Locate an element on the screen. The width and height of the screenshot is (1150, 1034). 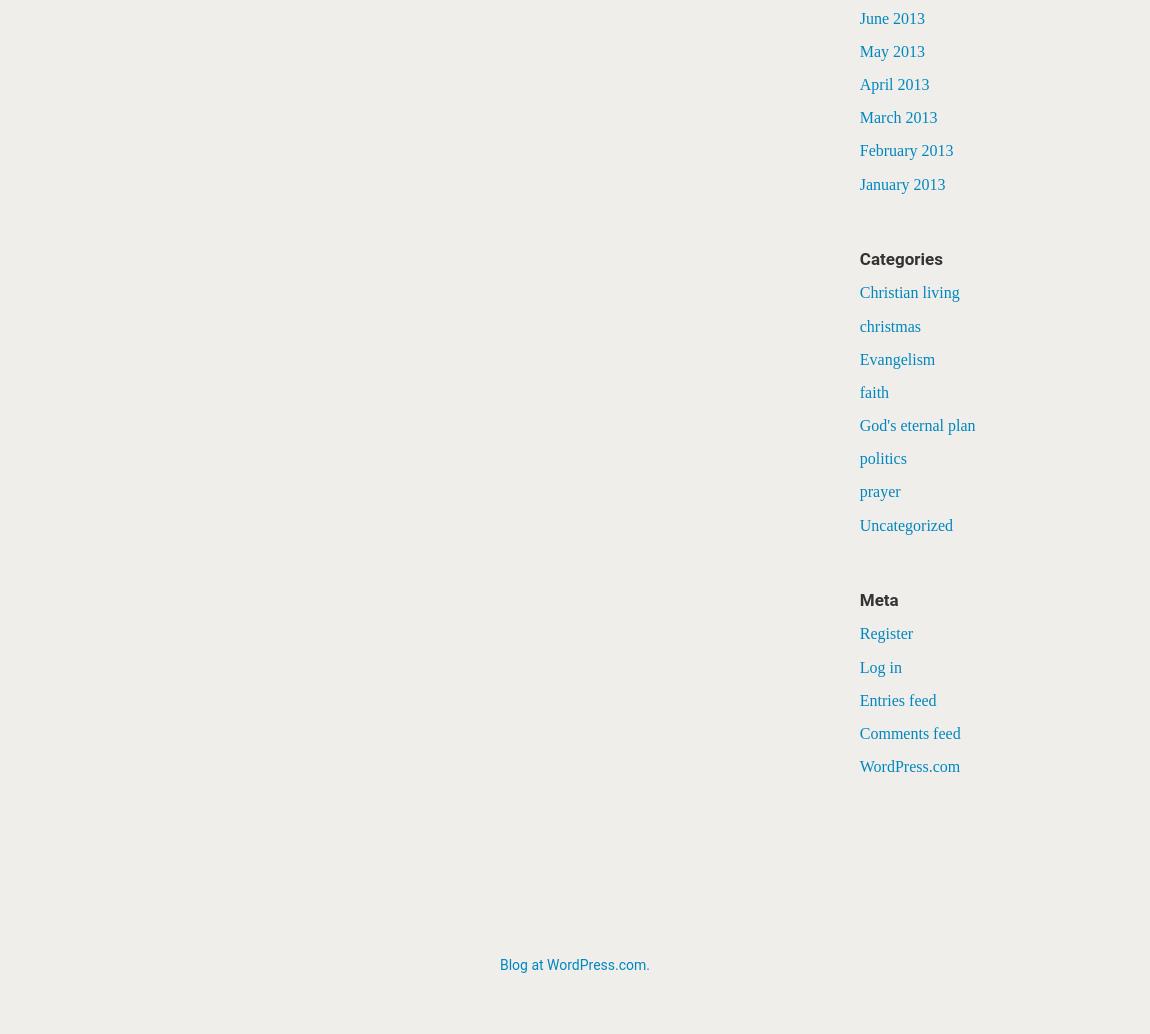
'WordPress.com' is located at coordinates (909, 766).